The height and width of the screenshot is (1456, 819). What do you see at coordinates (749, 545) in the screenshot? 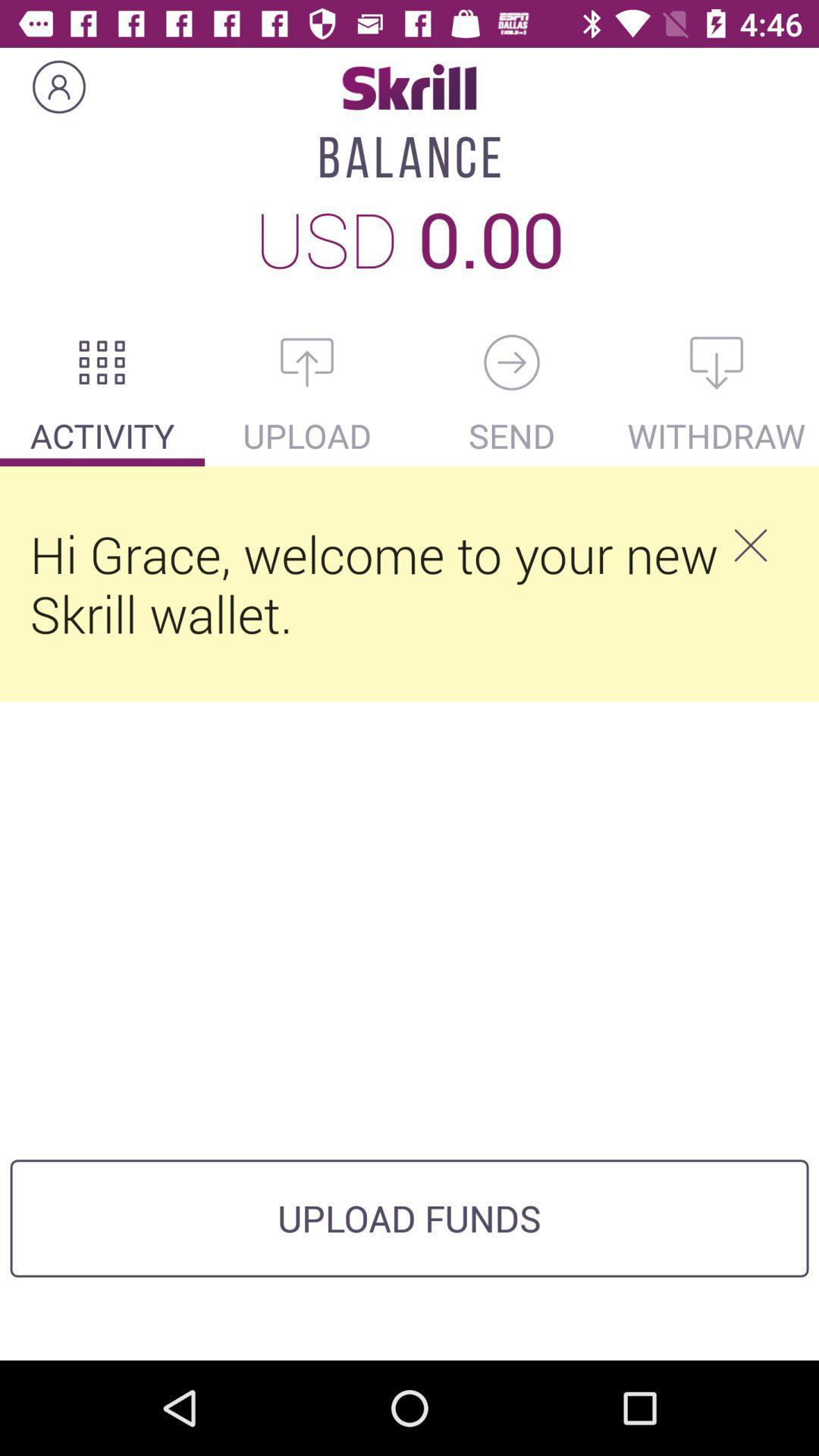
I see `the item below the withdraw item` at bounding box center [749, 545].